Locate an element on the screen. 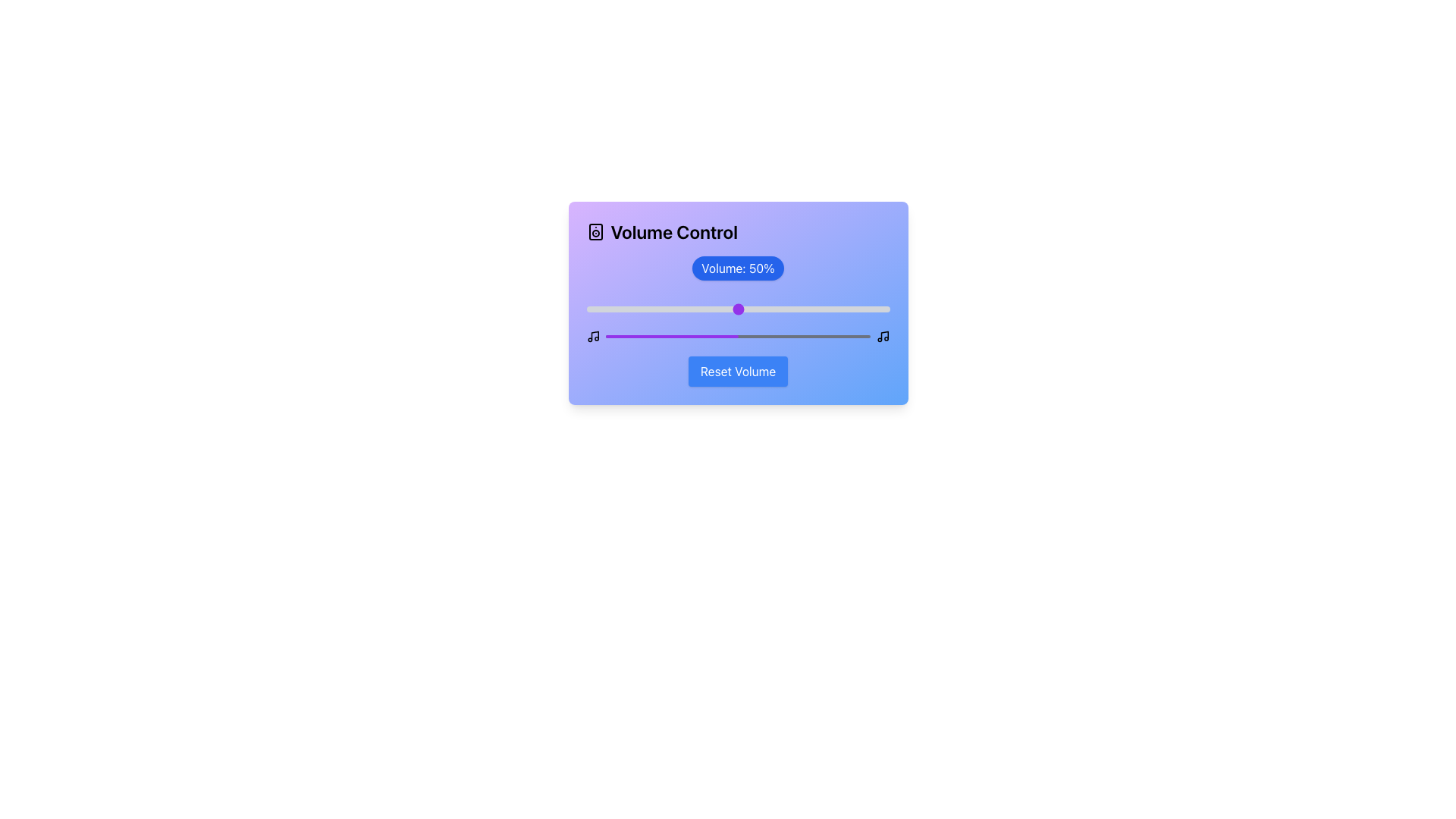 This screenshot has height=819, width=1456. volume is located at coordinates (777, 309).